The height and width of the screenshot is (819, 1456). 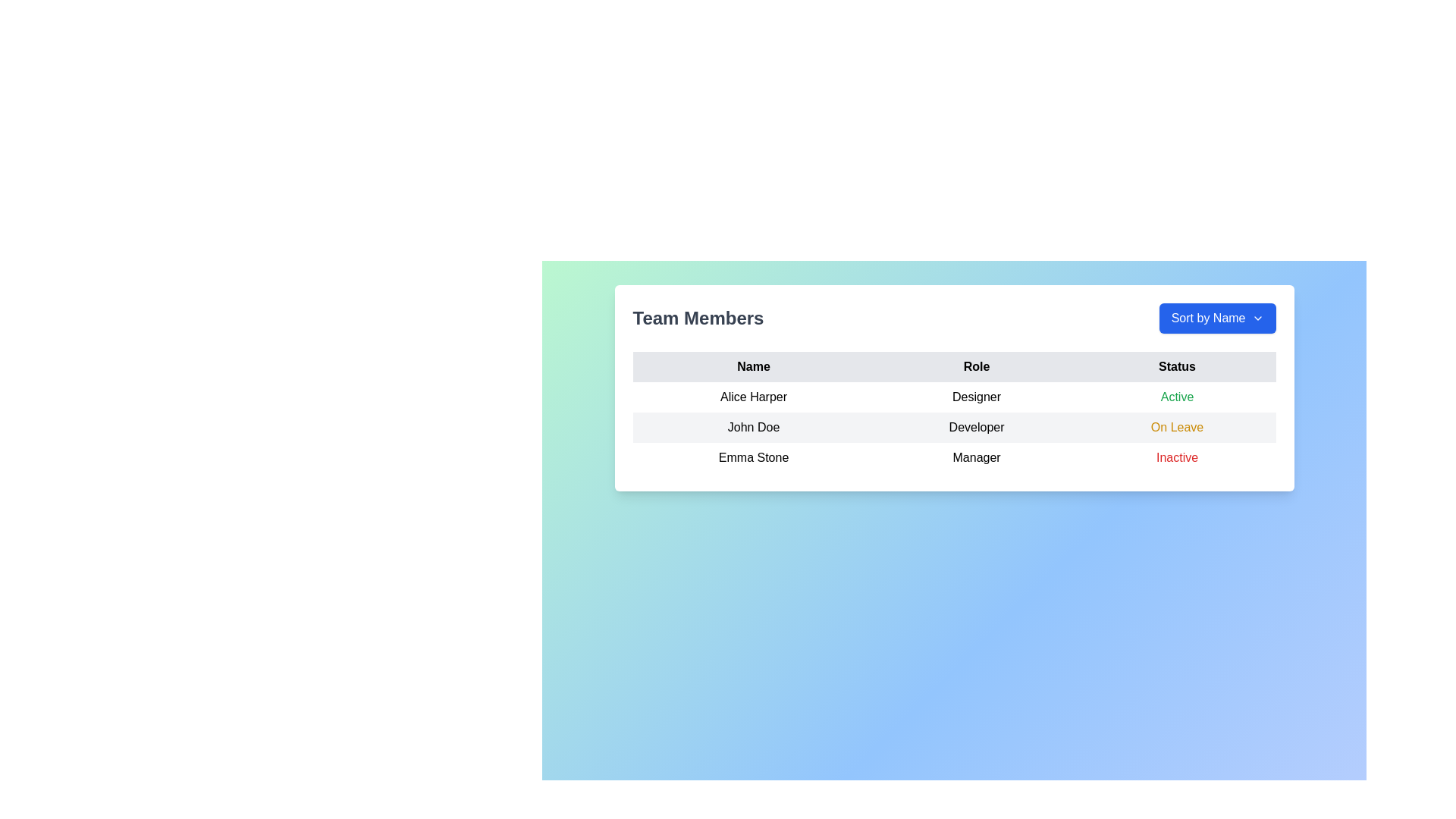 I want to click on the second row in the table containing 'John Doe', 'Developer', and 'On Leave', so click(x=953, y=427).